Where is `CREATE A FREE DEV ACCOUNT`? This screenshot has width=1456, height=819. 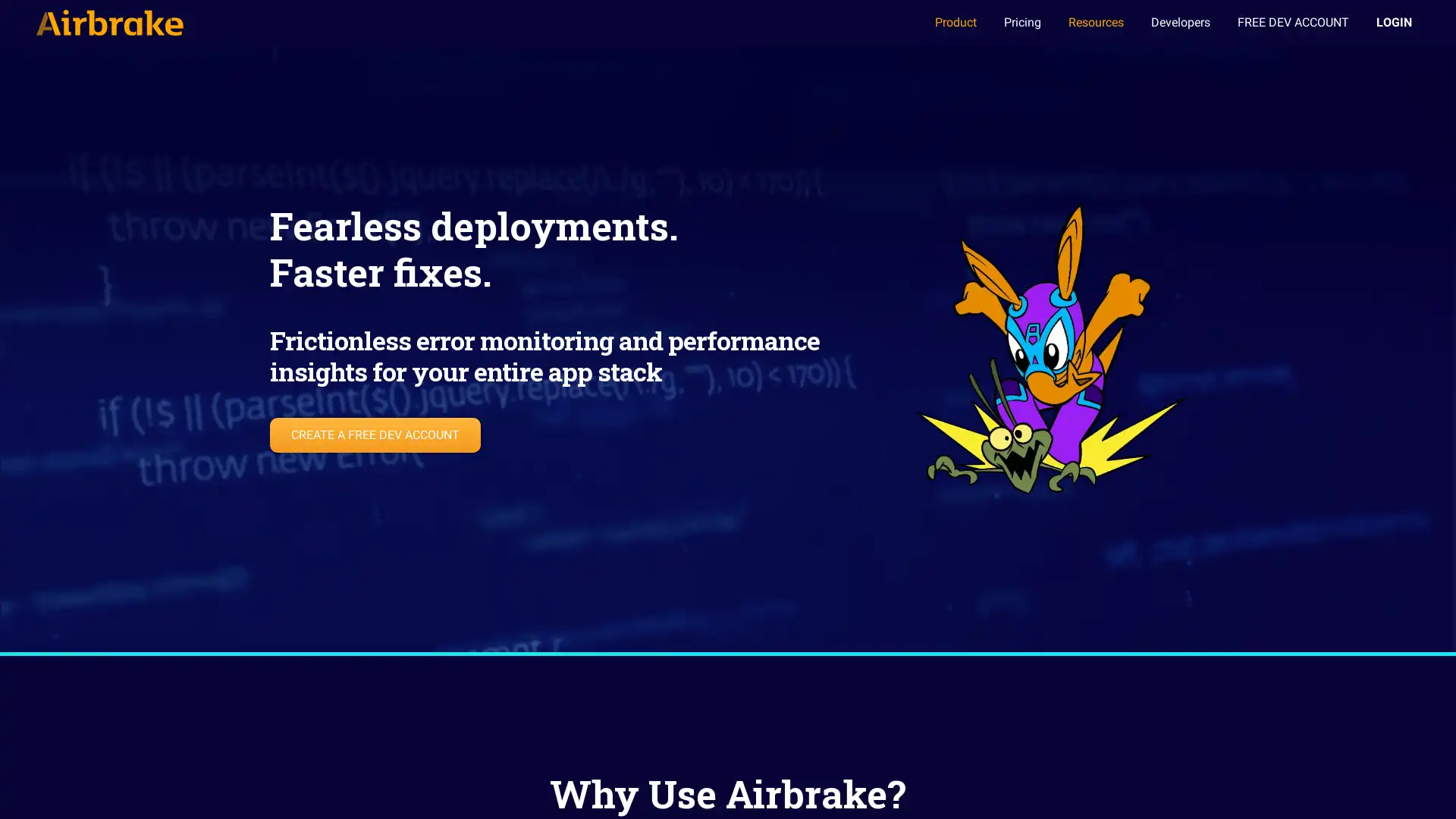 CREATE A FREE DEV ACCOUNT is located at coordinates (375, 435).